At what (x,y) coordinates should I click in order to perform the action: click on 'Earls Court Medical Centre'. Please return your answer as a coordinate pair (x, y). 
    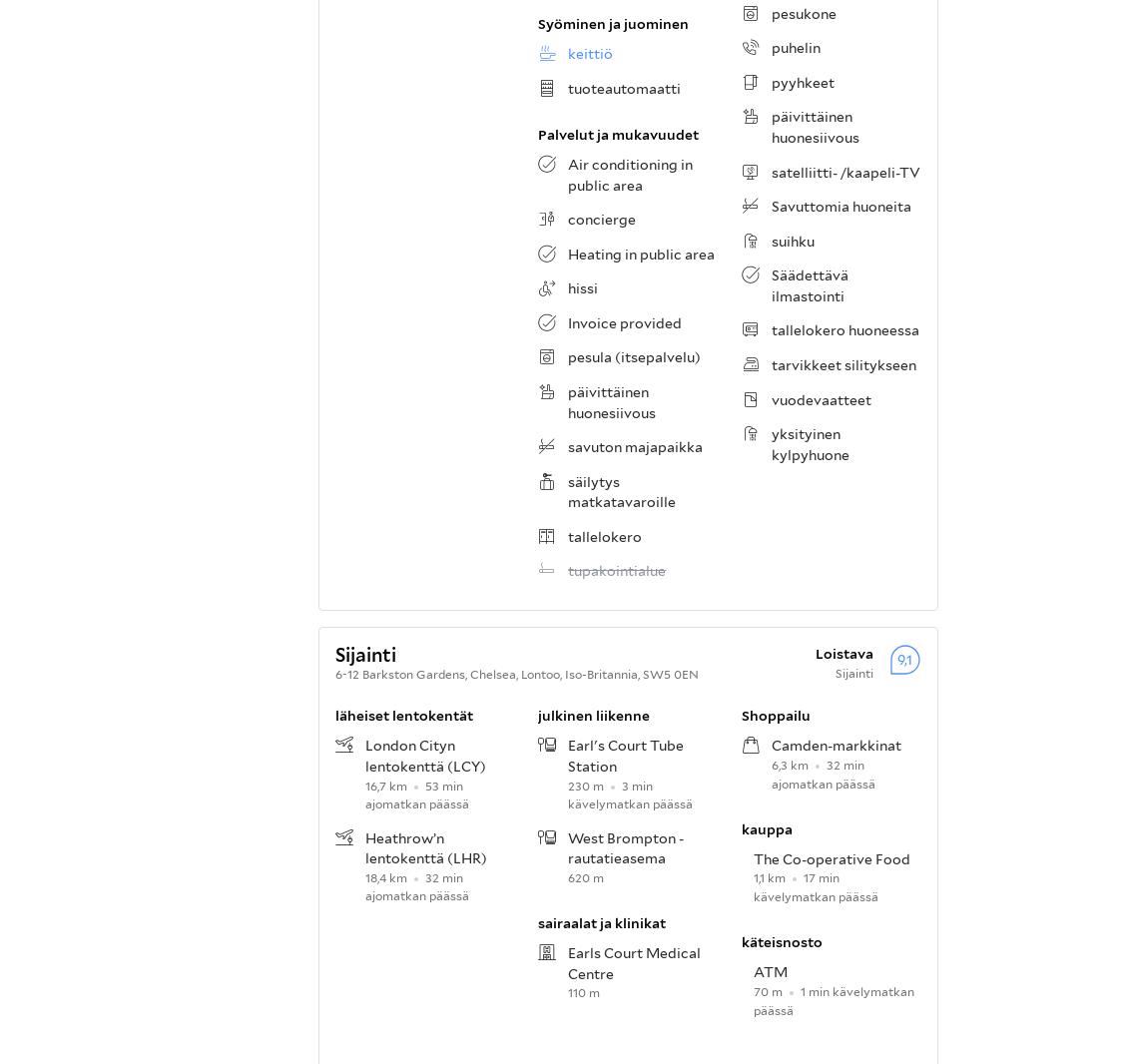
    Looking at the image, I should click on (634, 963).